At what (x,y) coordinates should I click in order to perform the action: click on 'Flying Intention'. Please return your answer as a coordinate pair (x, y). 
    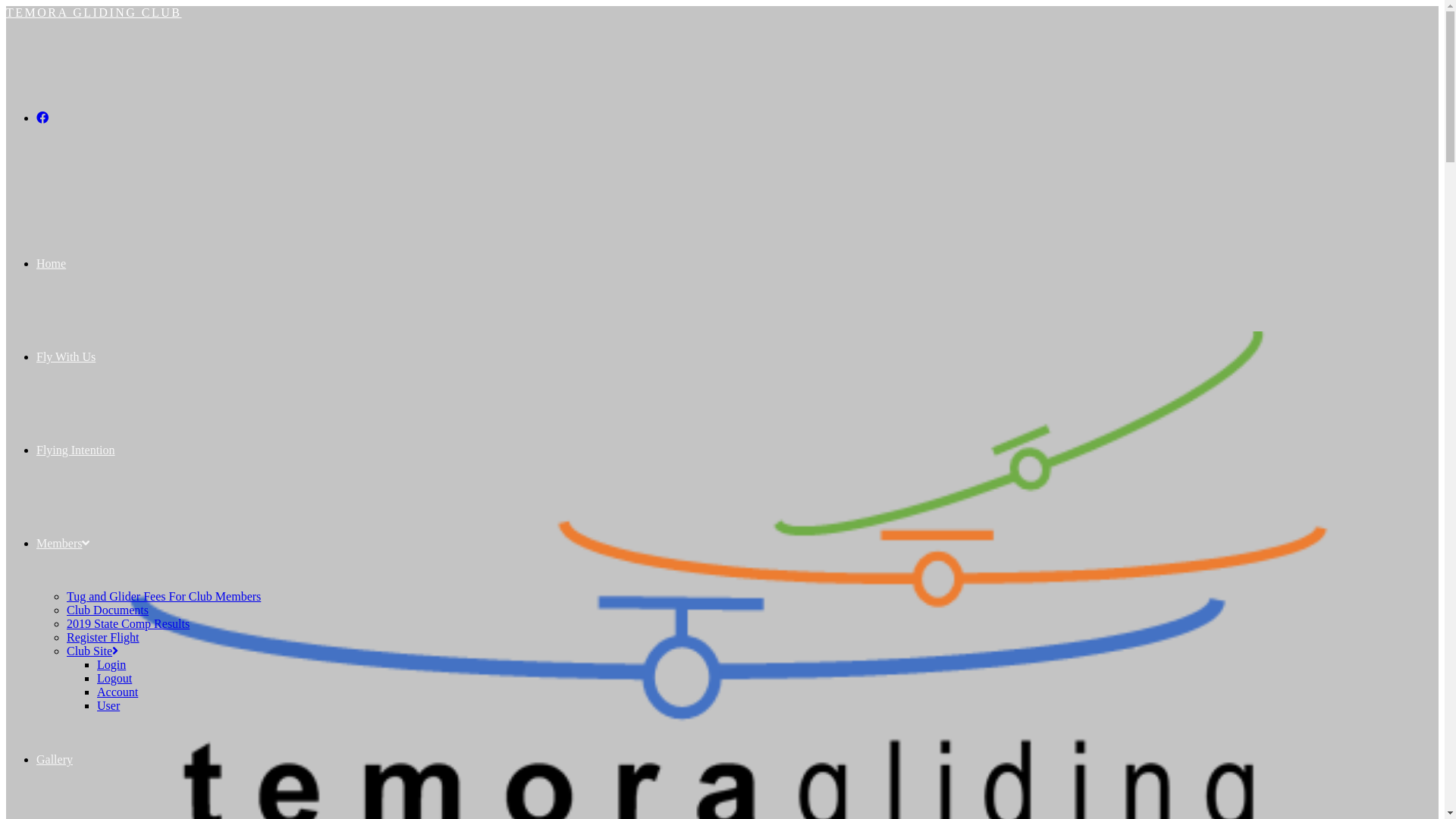
    Looking at the image, I should click on (75, 449).